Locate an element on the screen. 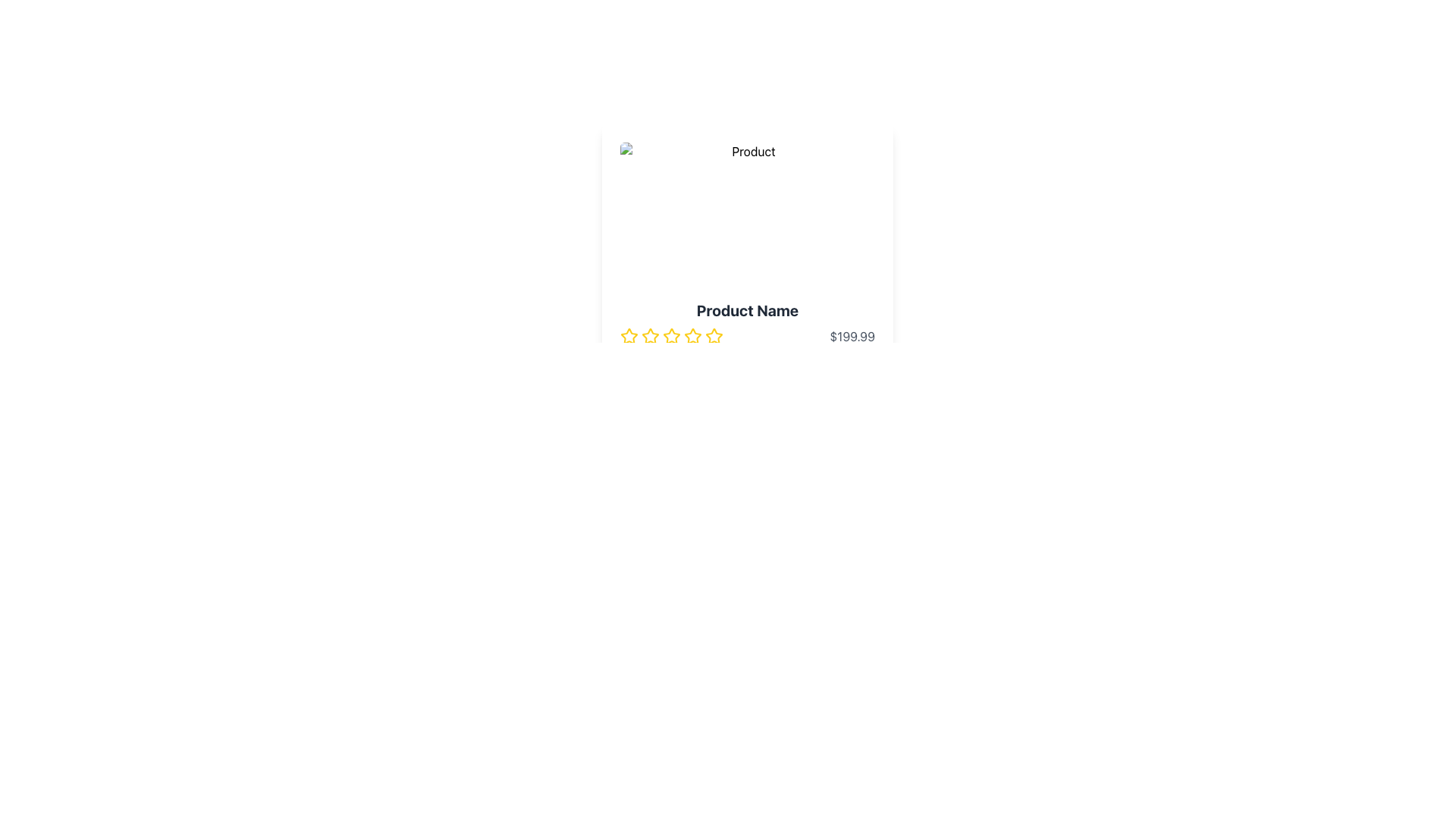  the leftmost Rating Star Icon under the text 'Product Name' to provide a rating of one star is located at coordinates (651, 335).